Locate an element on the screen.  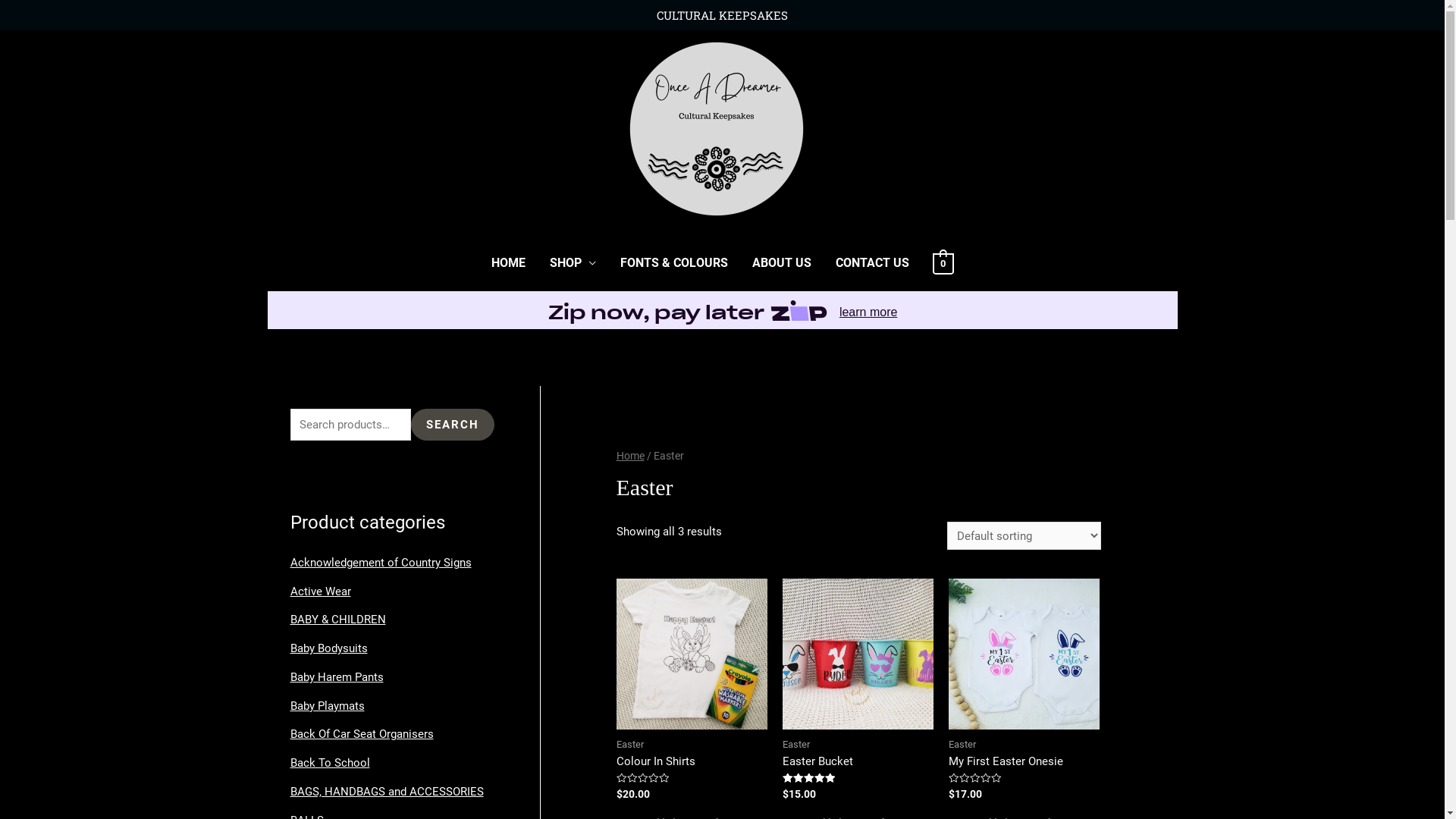
'Baby Bodysuits' is located at coordinates (327, 648).